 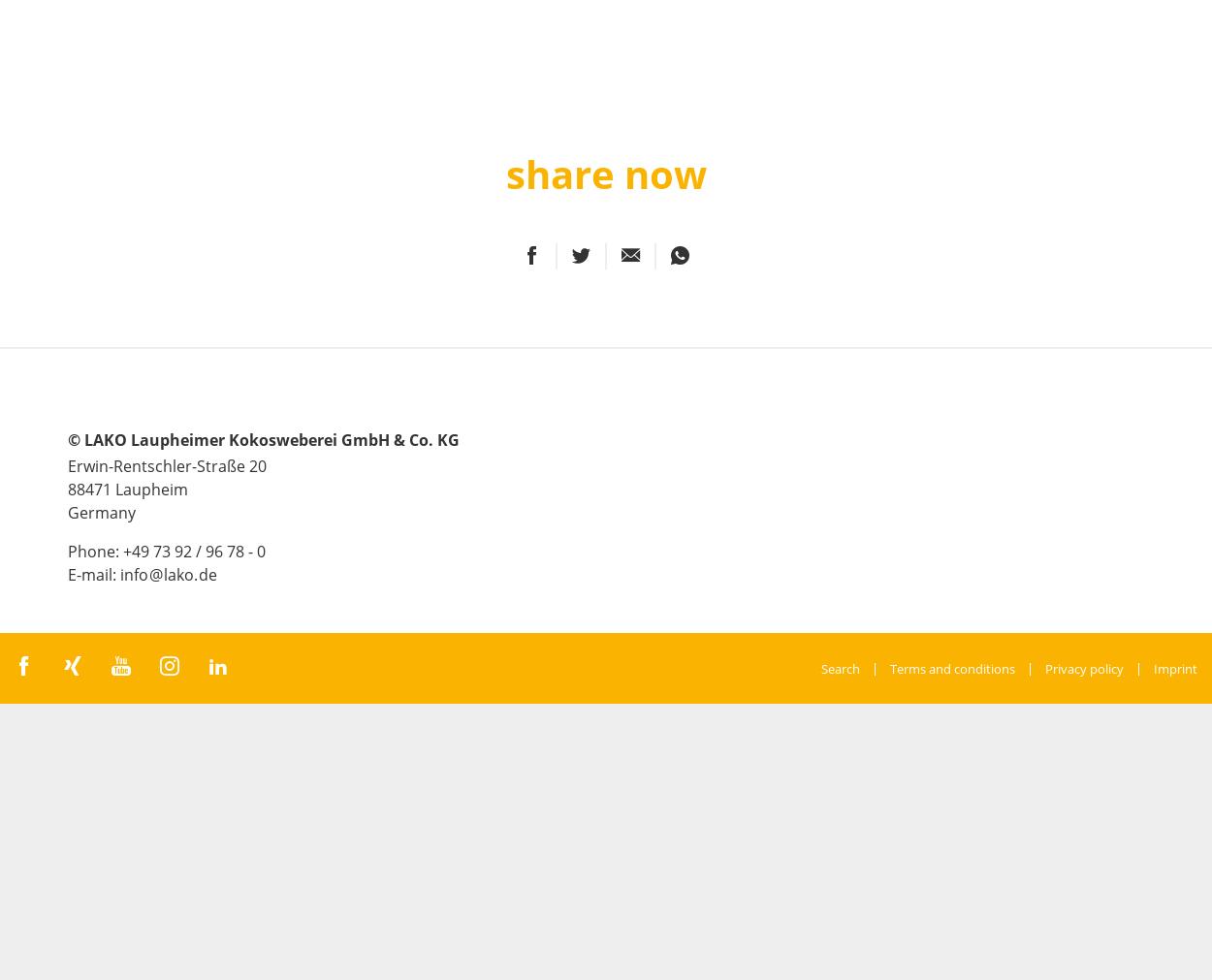 I want to click on '+49 73 92 / 96 78 - 0', so click(x=193, y=550).